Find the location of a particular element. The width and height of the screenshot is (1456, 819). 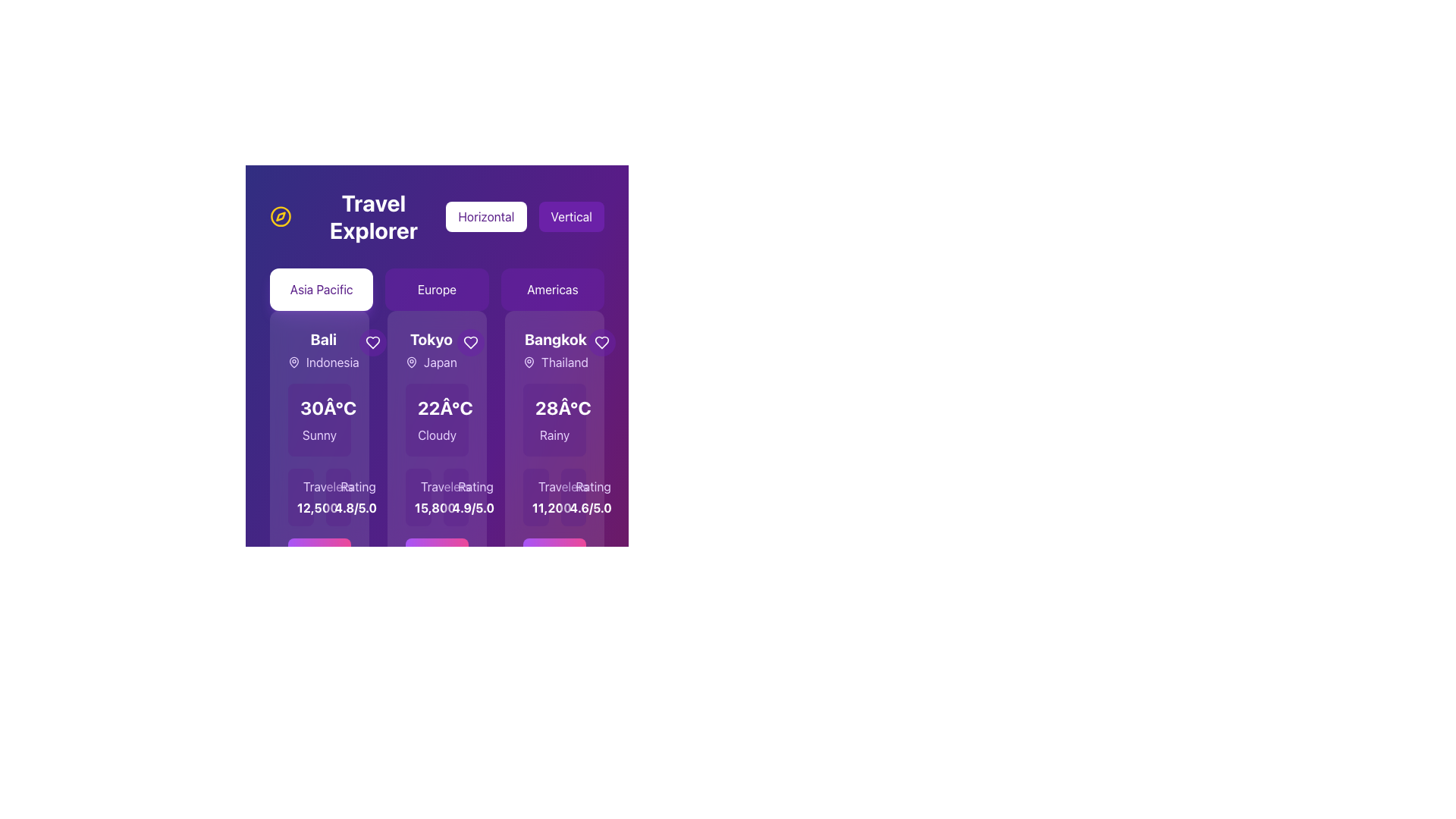

the text label that reads 'Travelers', styled with a purple hue, located in the bottom-left of the main interface within the 'Asia Pacific' section under the 'Bali' subsection is located at coordinates (300, 486).